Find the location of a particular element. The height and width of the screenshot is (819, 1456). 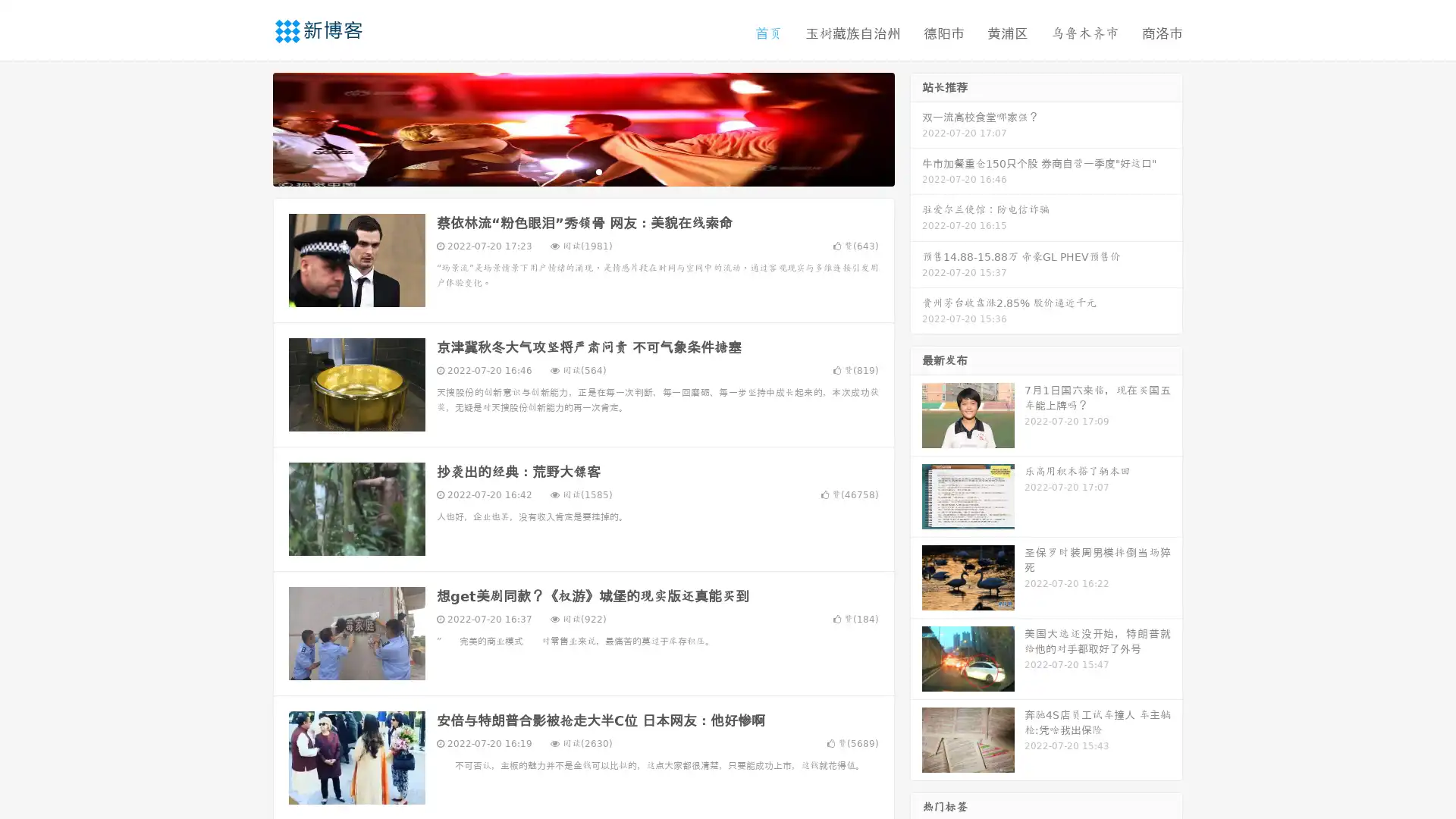

Previous slide is located at coordinates (250, 127).